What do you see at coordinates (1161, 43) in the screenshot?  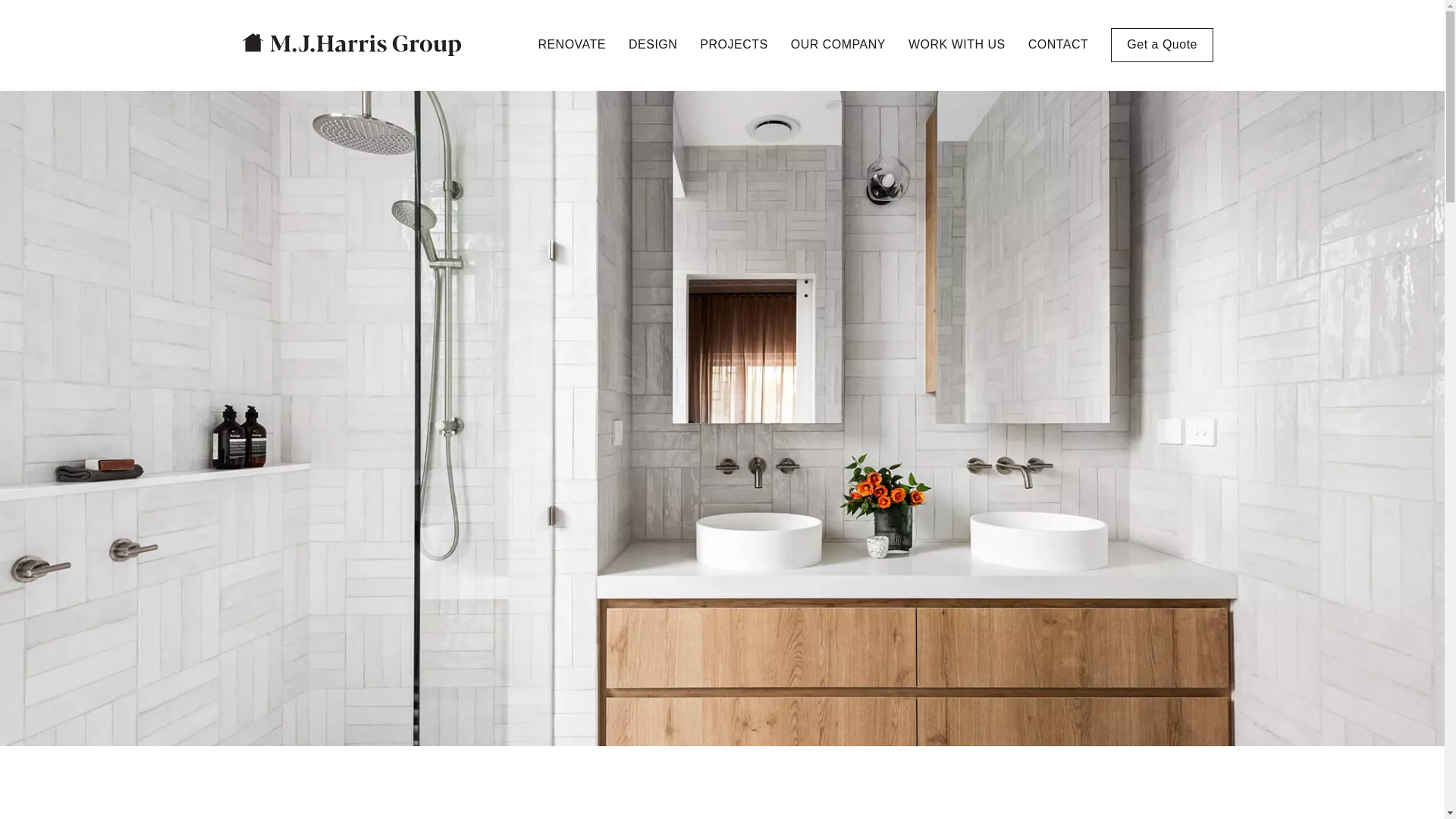 I see `'Get a Quote'` at bounding box center [1161, 43].